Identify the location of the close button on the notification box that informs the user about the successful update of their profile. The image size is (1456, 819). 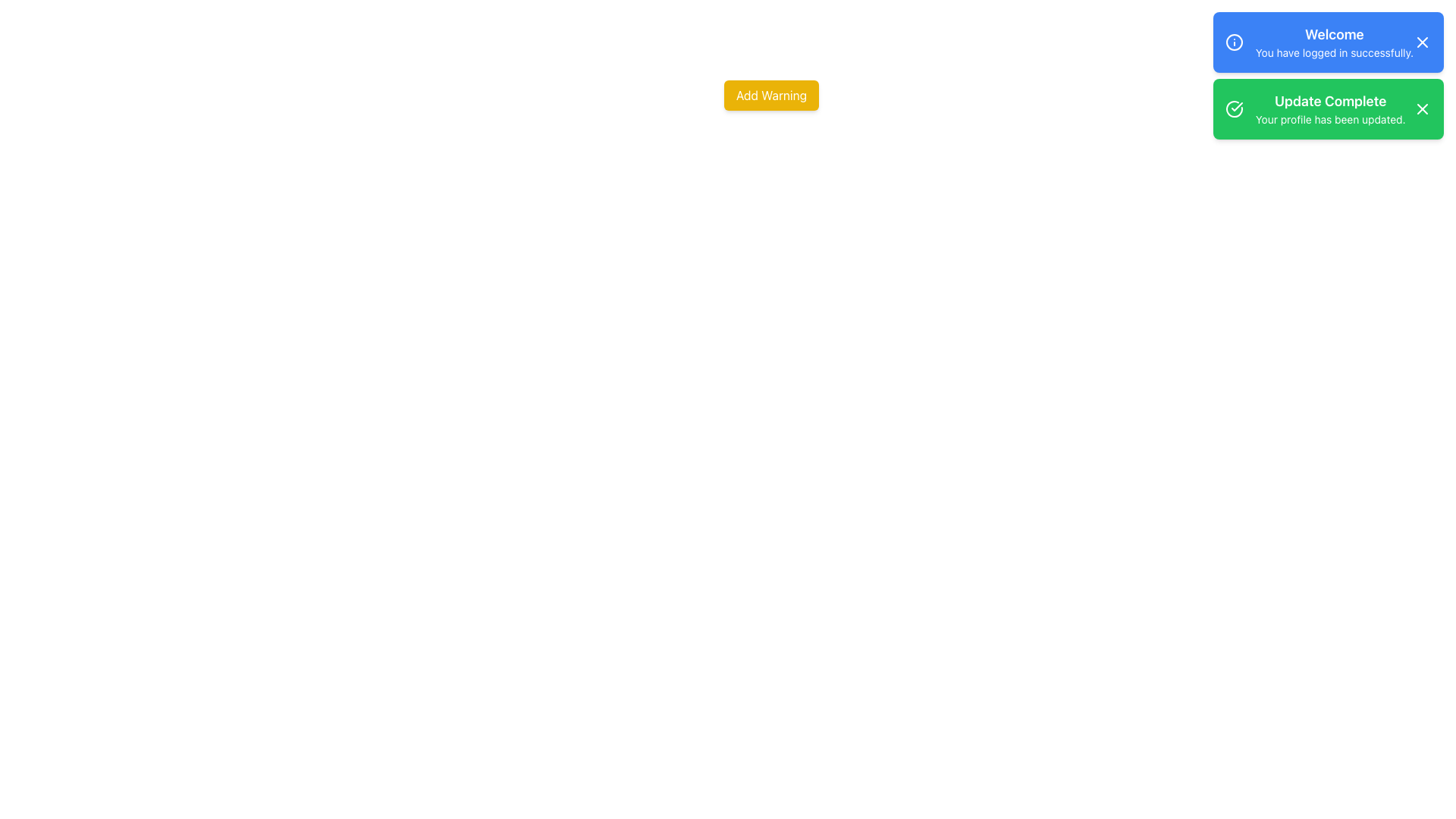
(1327, 108).